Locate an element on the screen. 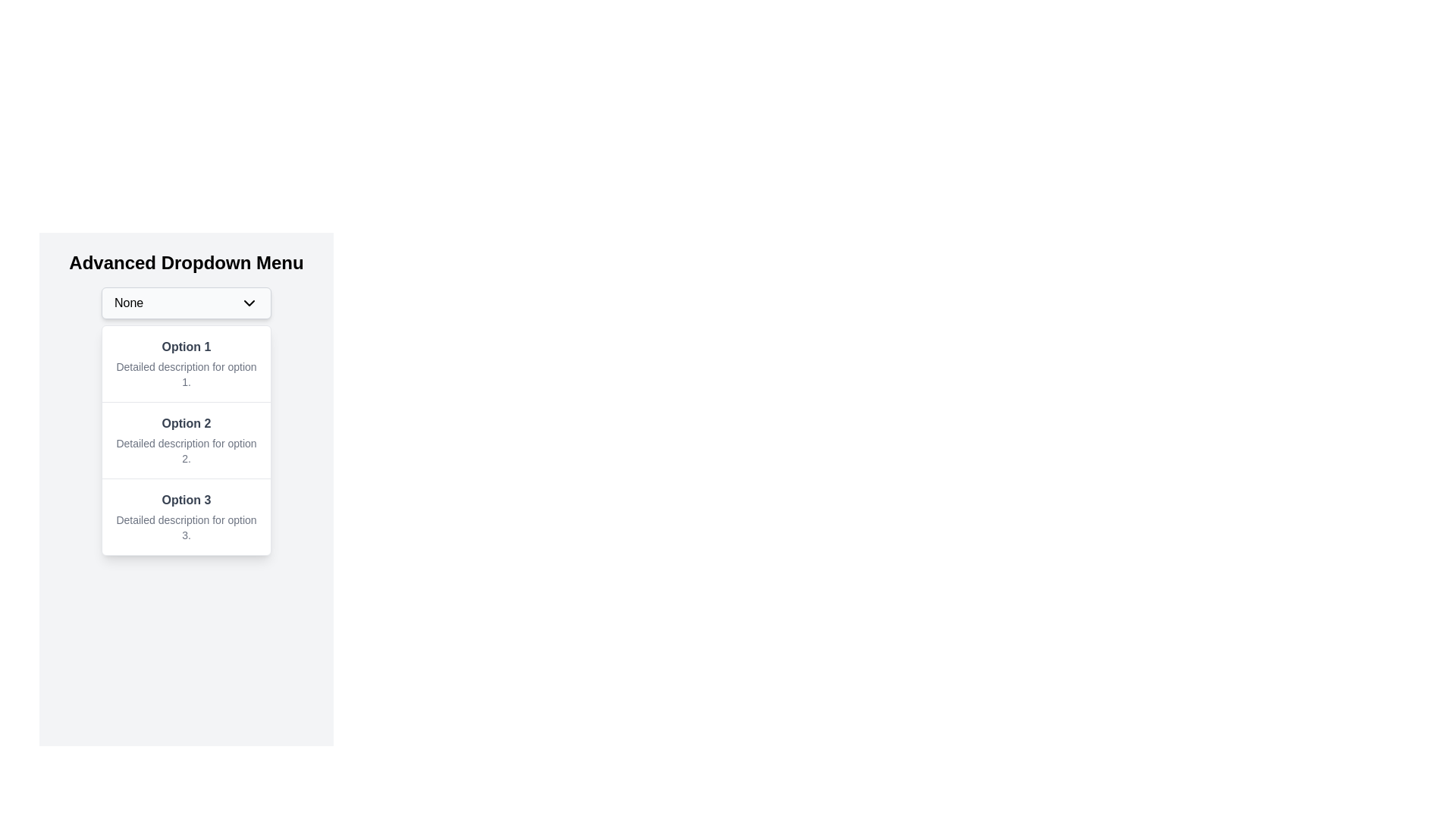  static informational text that displays 'Detailed description for option 1.' located in the first option of the dropdown menu is located at coordinates (185, 374).